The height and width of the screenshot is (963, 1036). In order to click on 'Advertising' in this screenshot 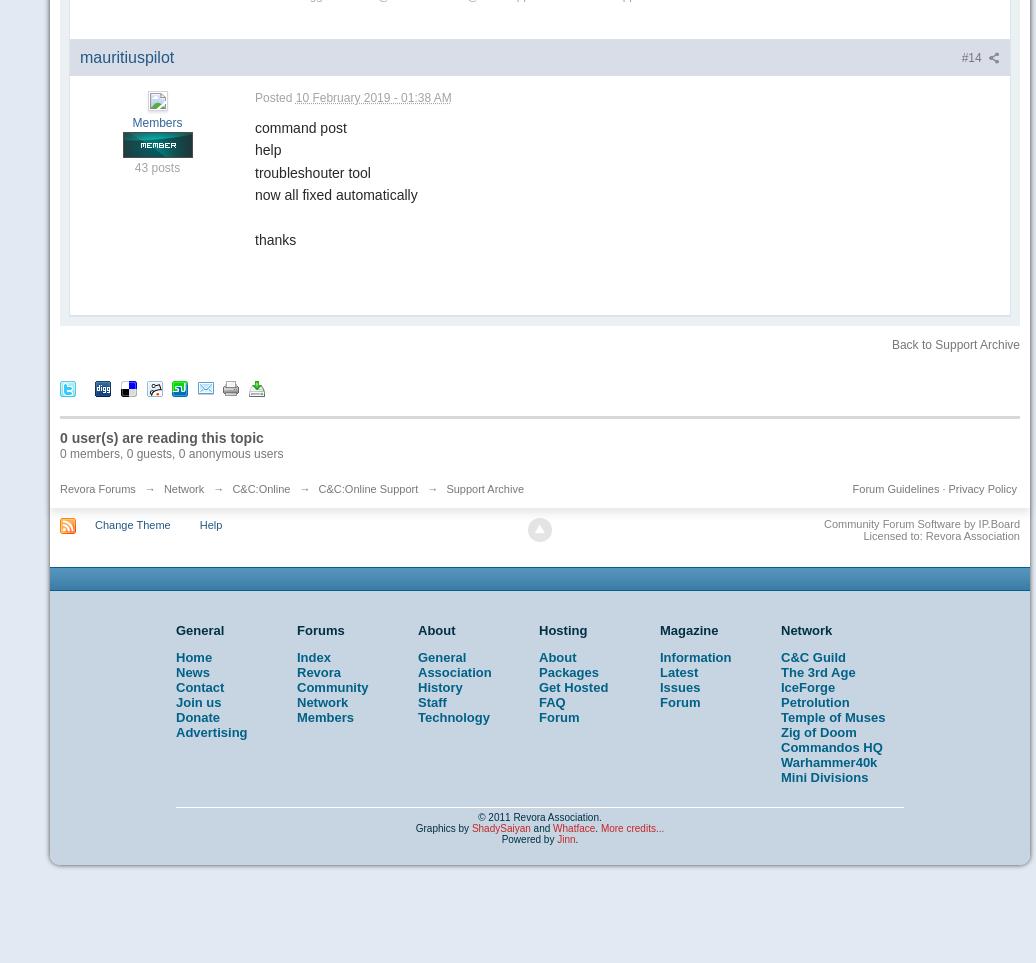, I will do `click(211, 731)`.